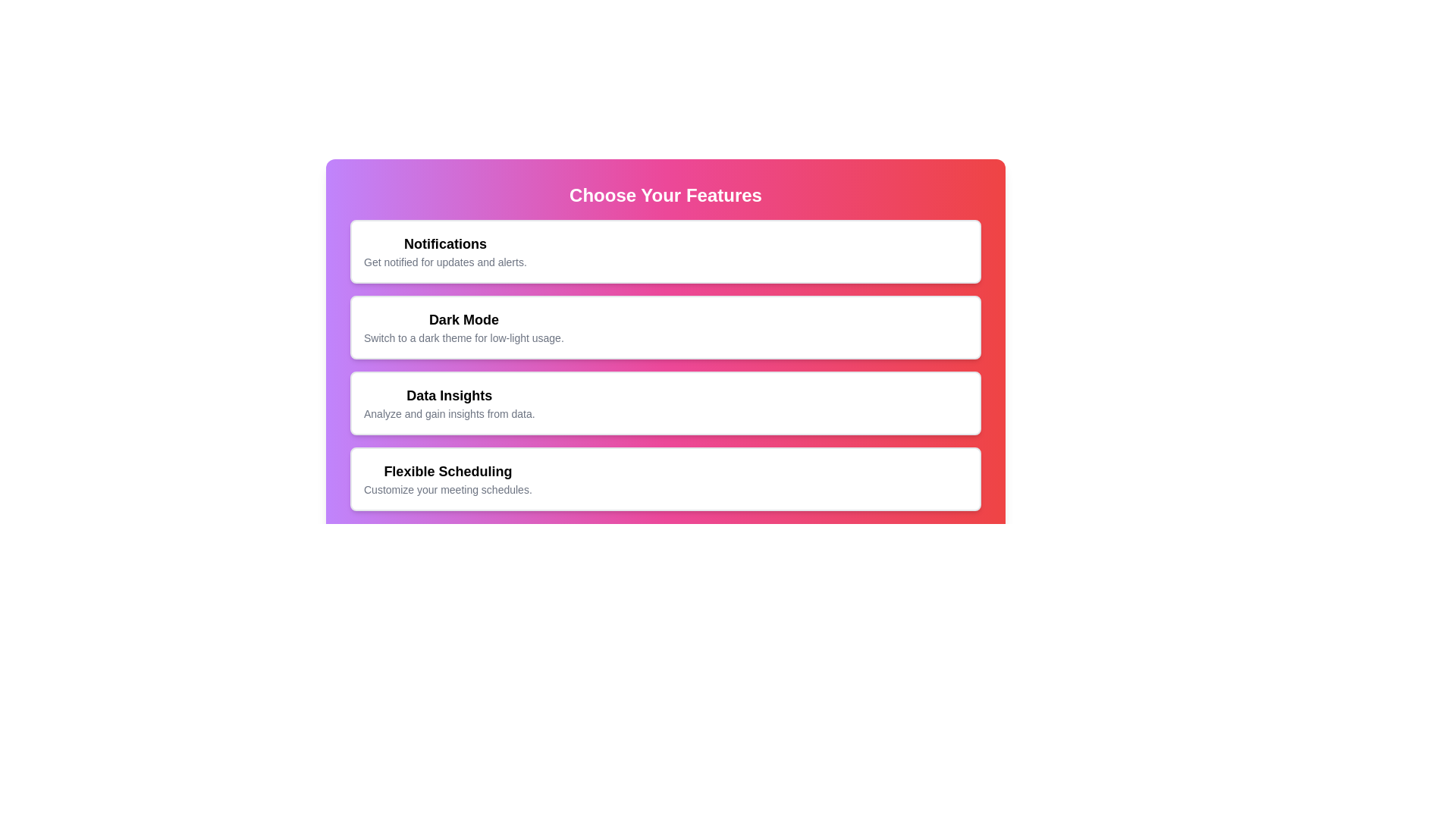 This screenshot has height=819, width=1456. I want to click on the Text Label that serves as the header for the group of features, located at the topmost section of the rectangular card layout, so click(666, 195).